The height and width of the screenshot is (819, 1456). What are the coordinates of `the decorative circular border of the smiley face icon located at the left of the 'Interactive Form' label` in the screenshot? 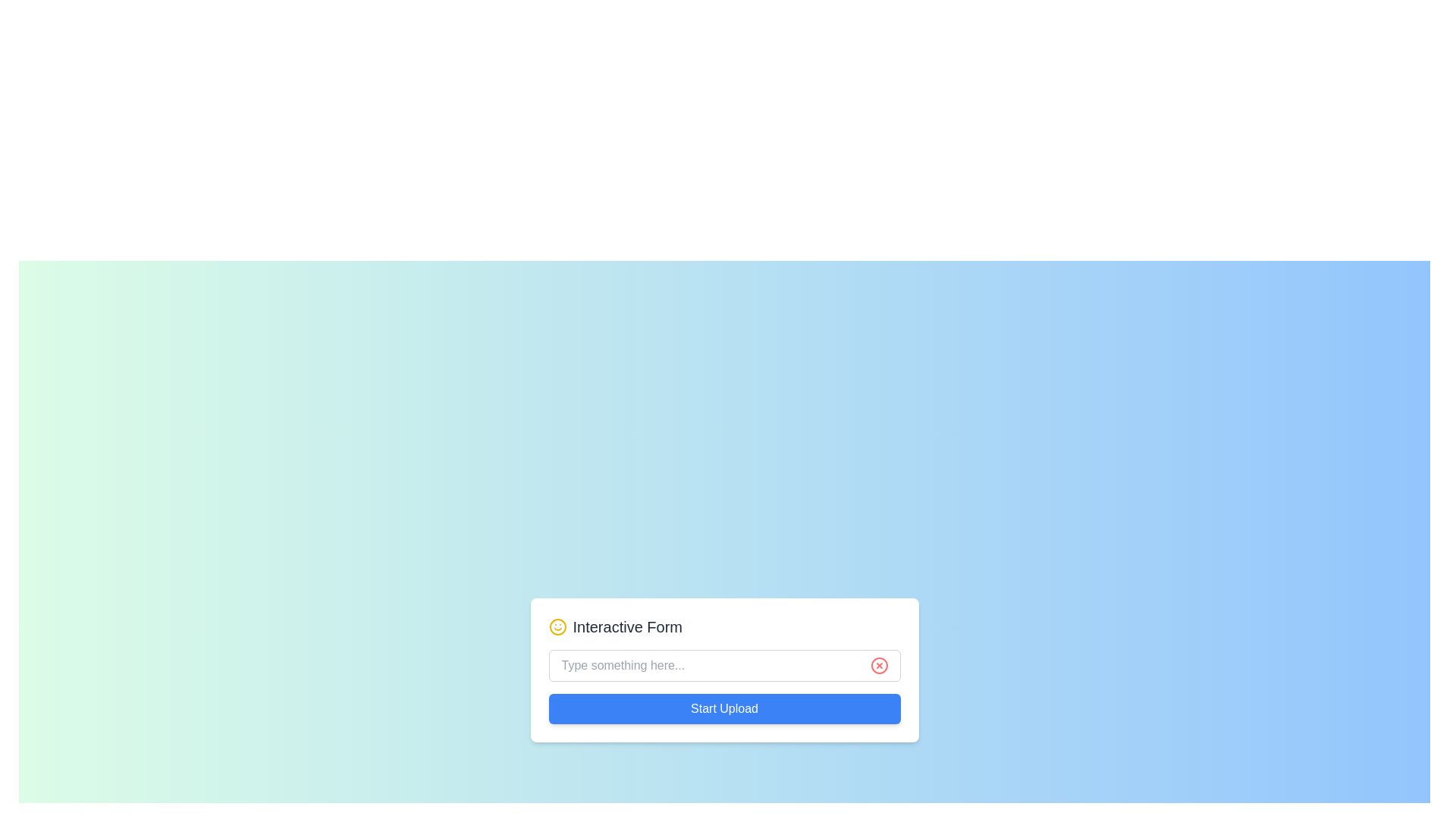 It's located at (557, 626).